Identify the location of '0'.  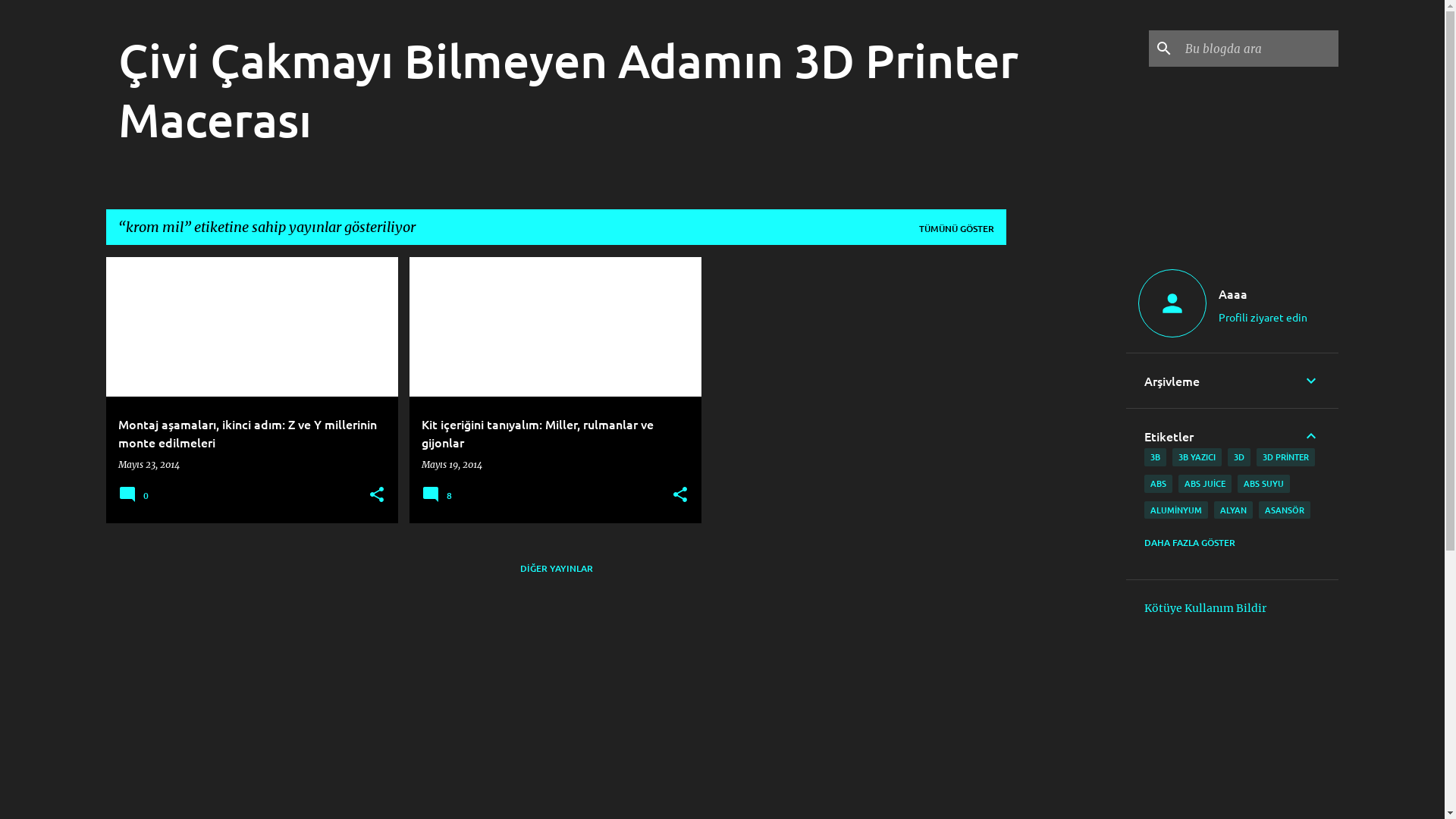
(135, 500).